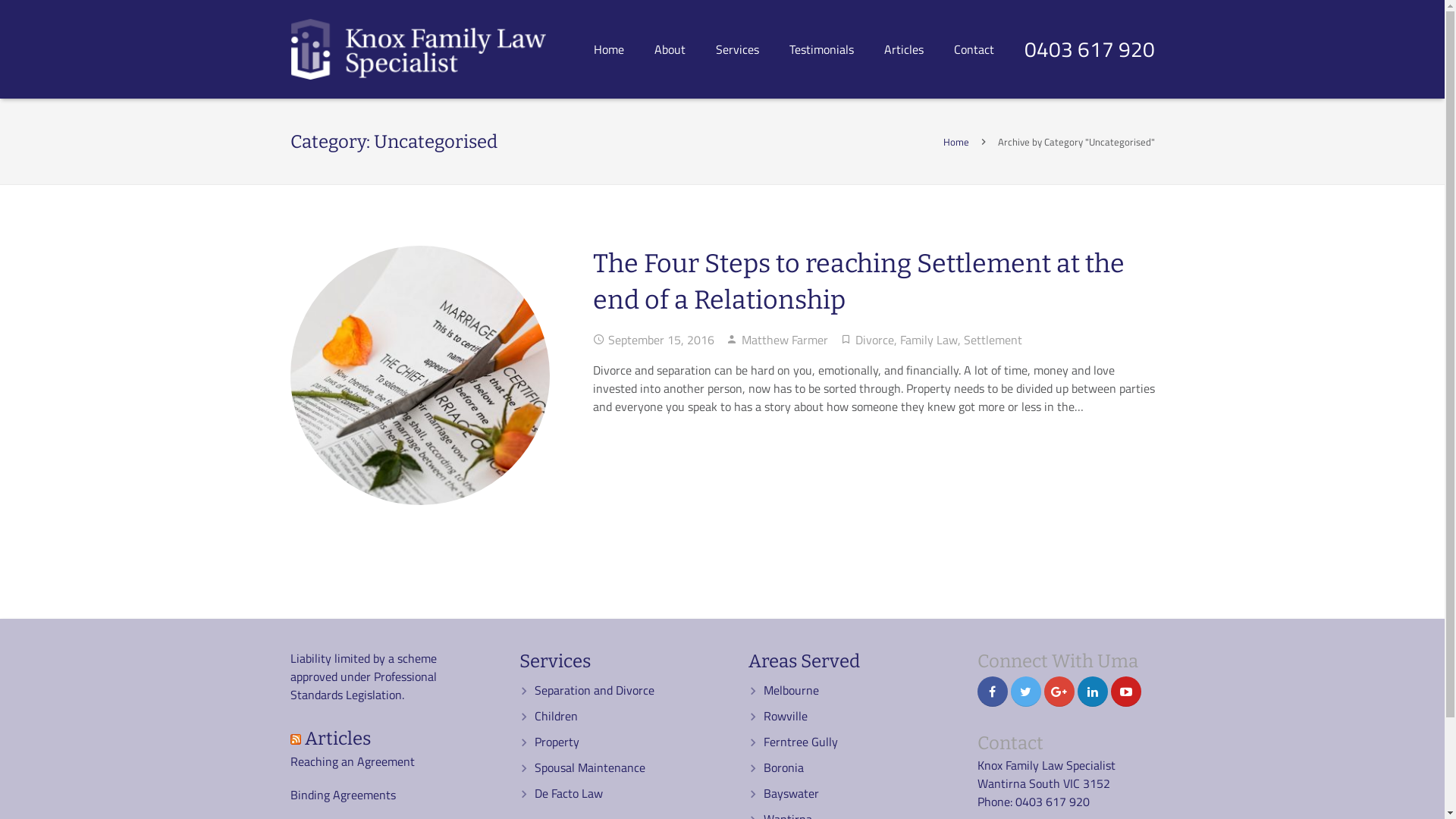  What do you see at coordinates (593, 690) in the screenshot?
I see `'Separation and Divorce'` at bounding box center [593, 690].